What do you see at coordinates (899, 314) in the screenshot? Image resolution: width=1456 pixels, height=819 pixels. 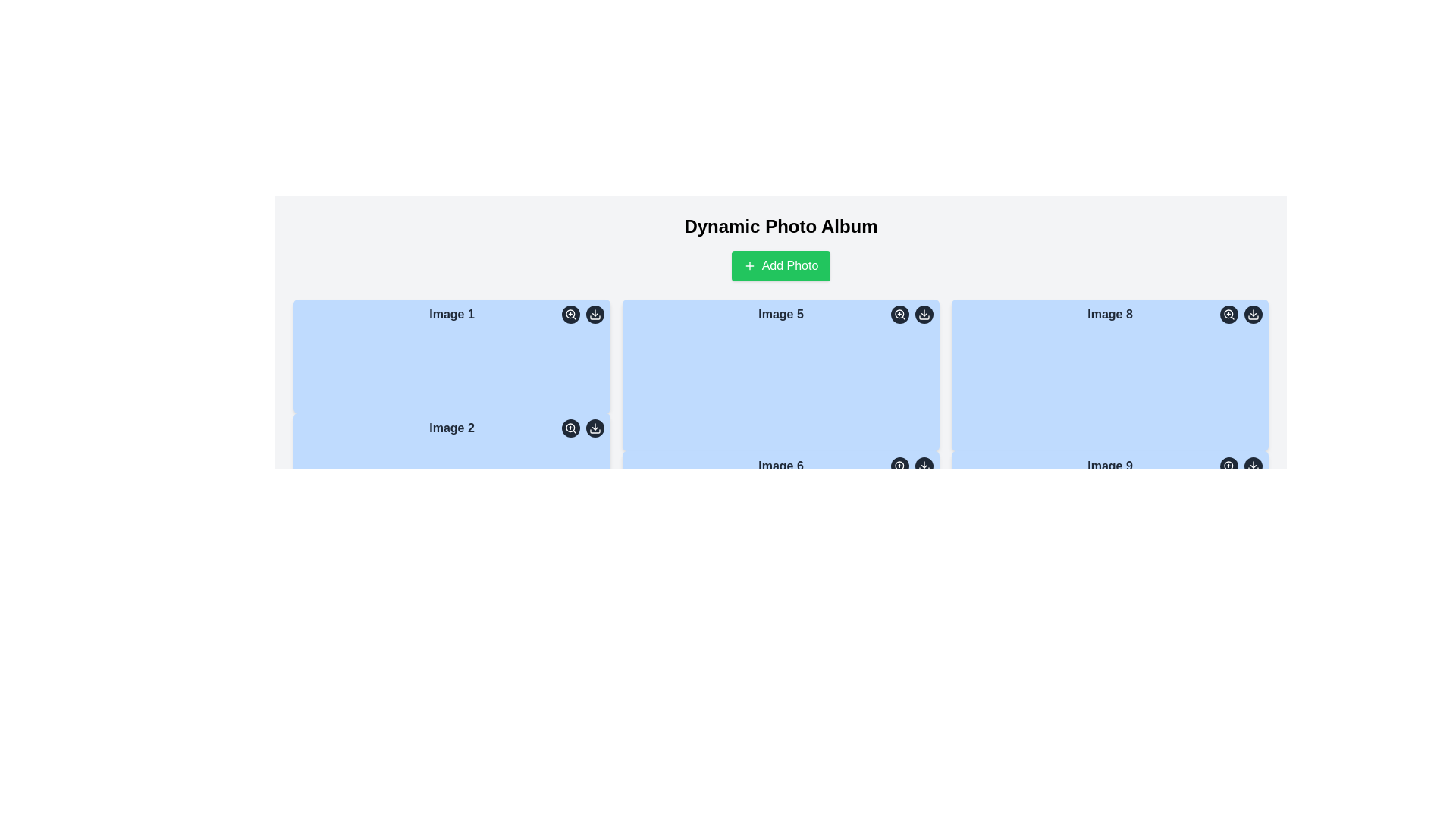 I see `the zoom button for 'Image 5' located at the top-right corner of the card` at bounding box center [899, 314].